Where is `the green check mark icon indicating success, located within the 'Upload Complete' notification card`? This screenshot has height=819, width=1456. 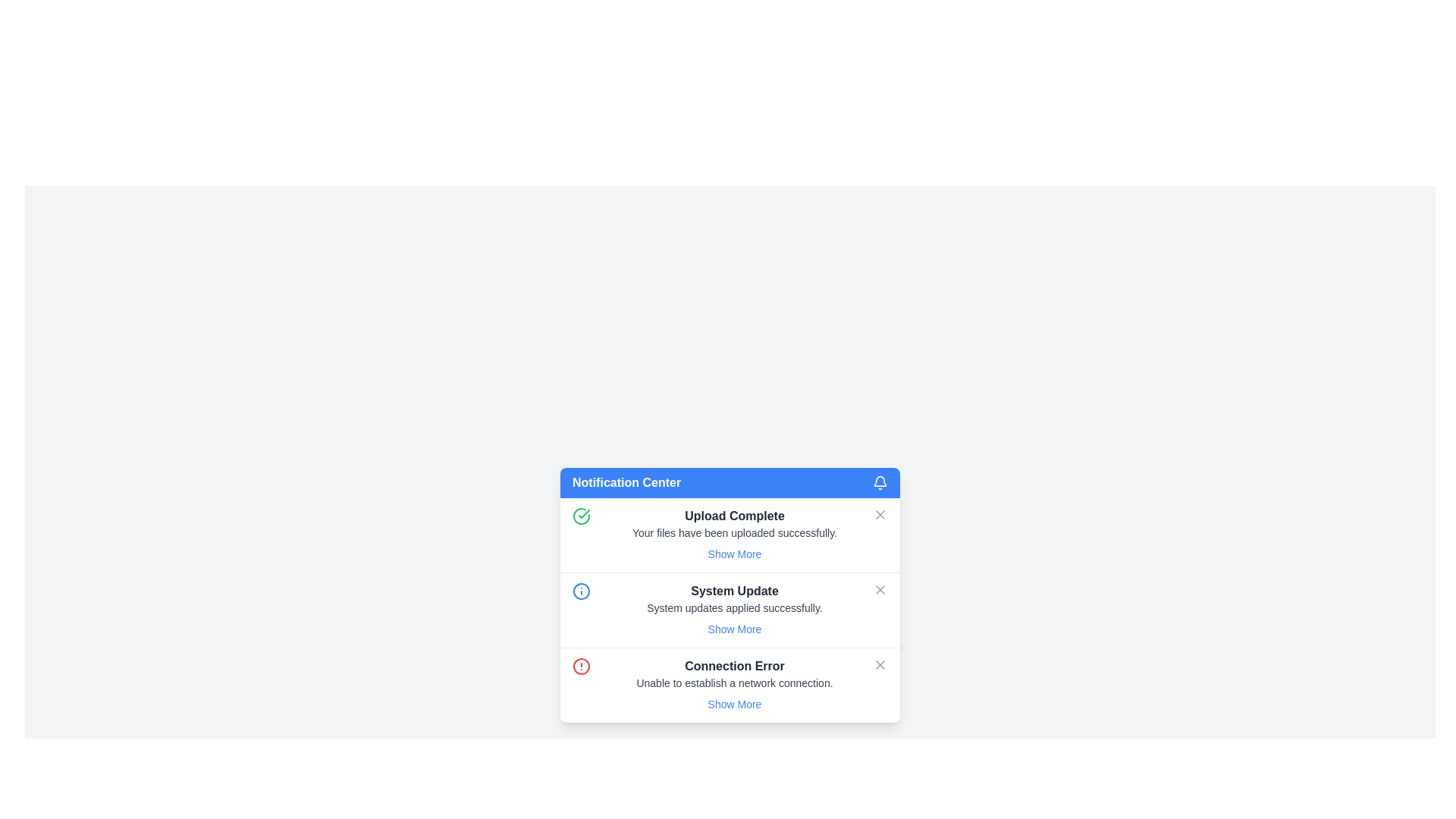 the green check mark icon indicating success, located within the 'Upload Complete' notification card is located at coordinates (583, 513).